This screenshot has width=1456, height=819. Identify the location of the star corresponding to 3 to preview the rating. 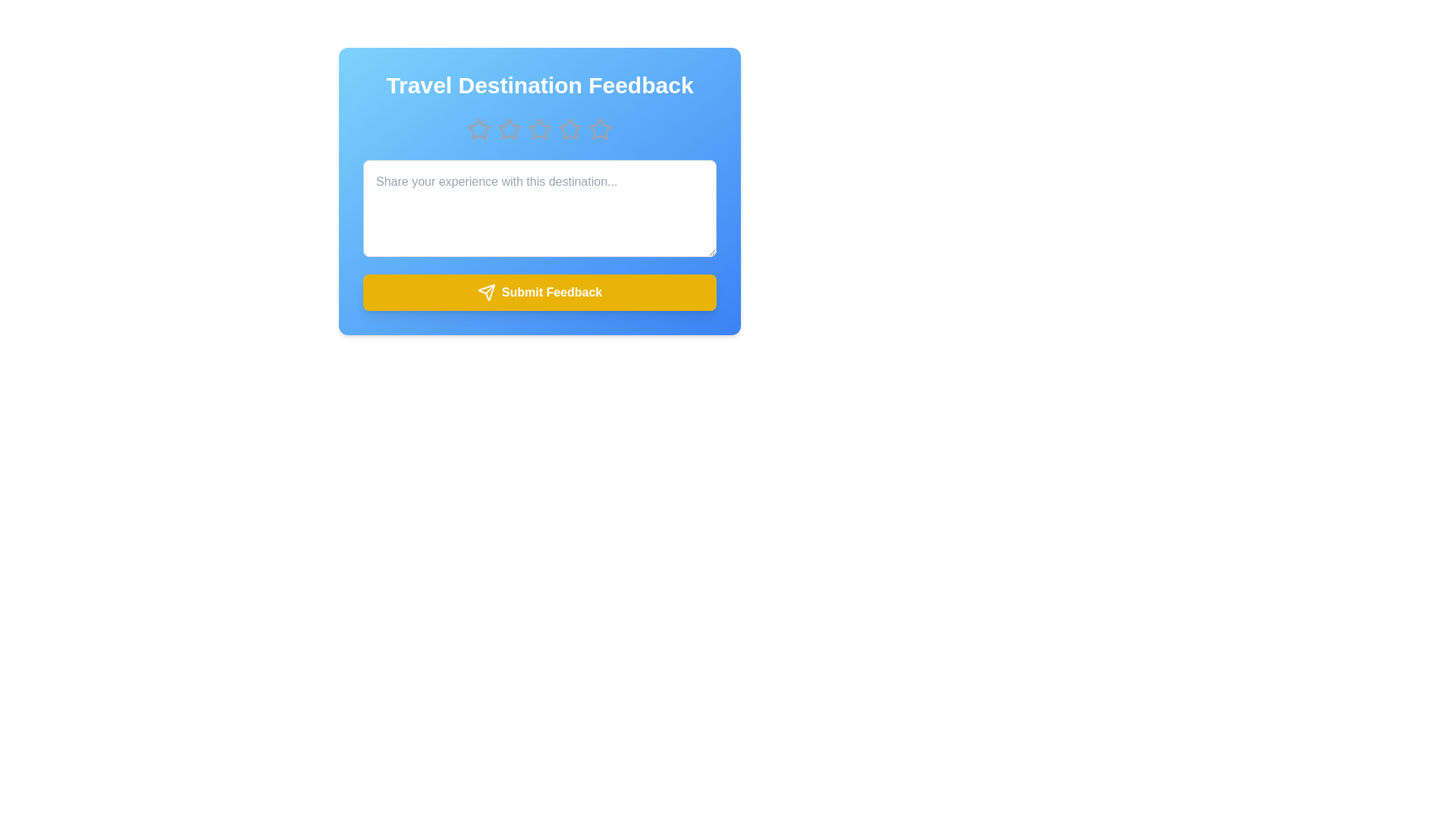
(539, 128).